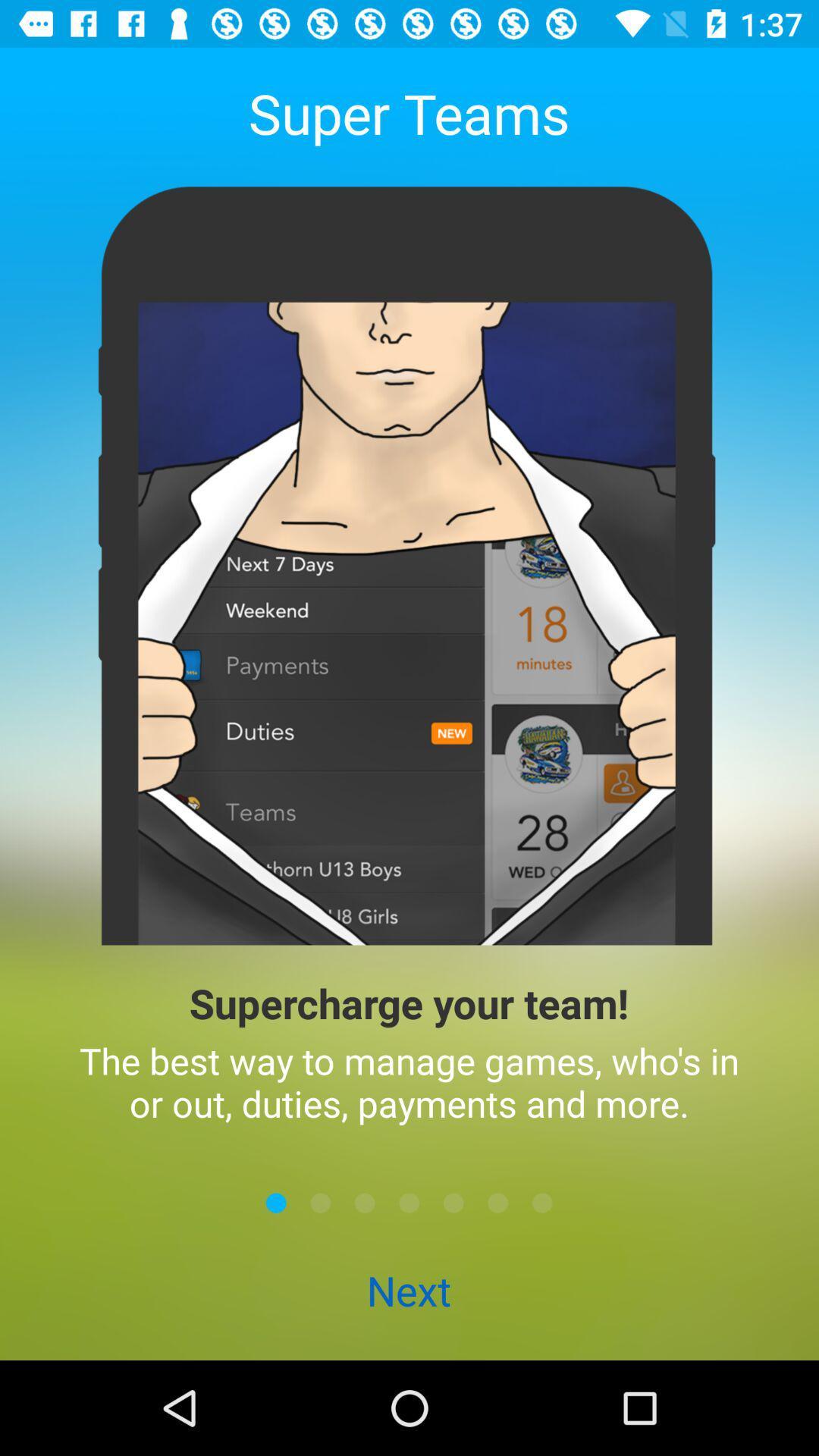 The image size is (819, 1456). Describe the element at coordinates (320, 1202) in the screenshot. I see `next screen` at that location.